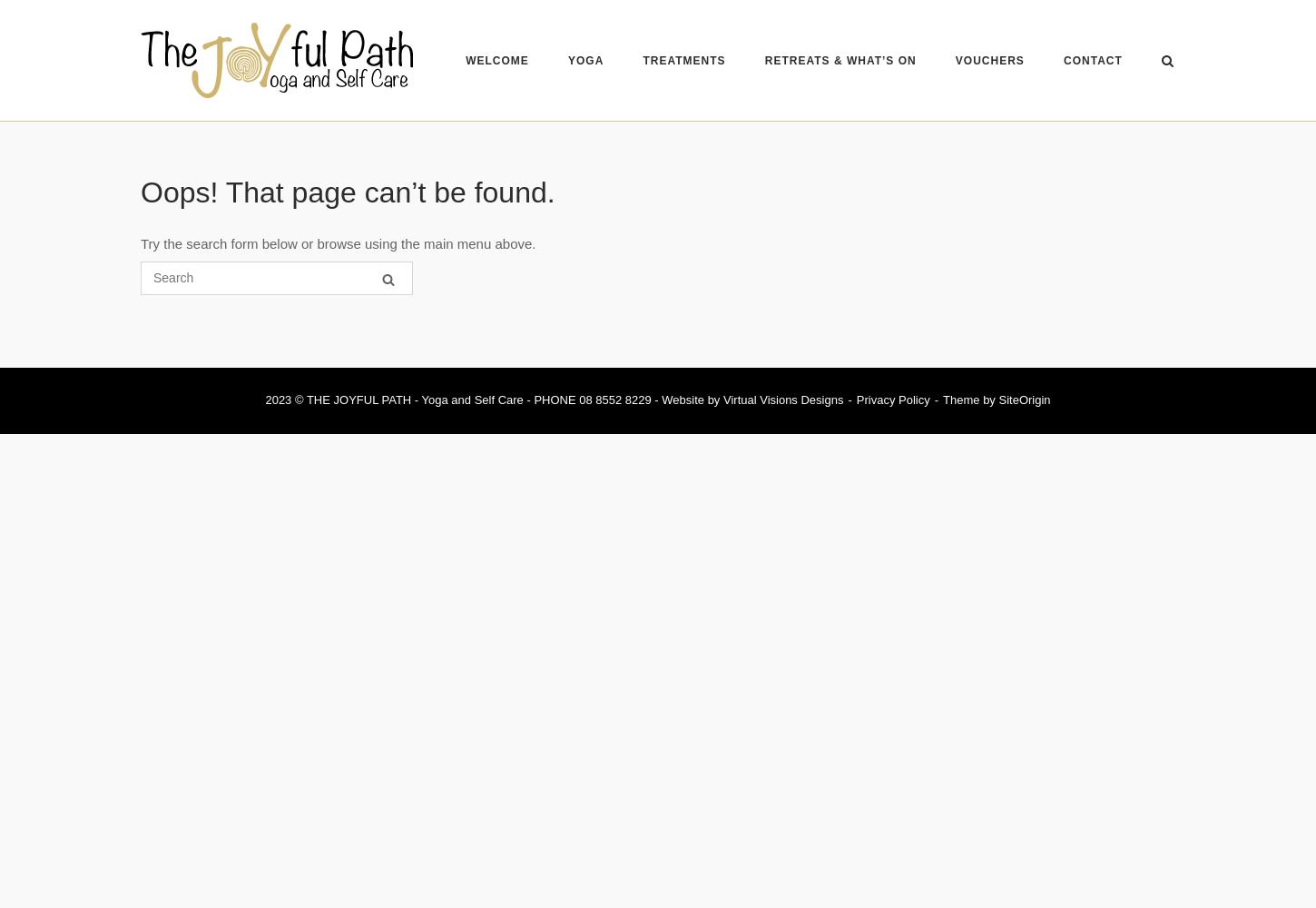 The image size is (1316, 908). Describe the element at coordinates (346, 192) in the screenshot. I see `'Oops! That page can’t be found.'` at that location.